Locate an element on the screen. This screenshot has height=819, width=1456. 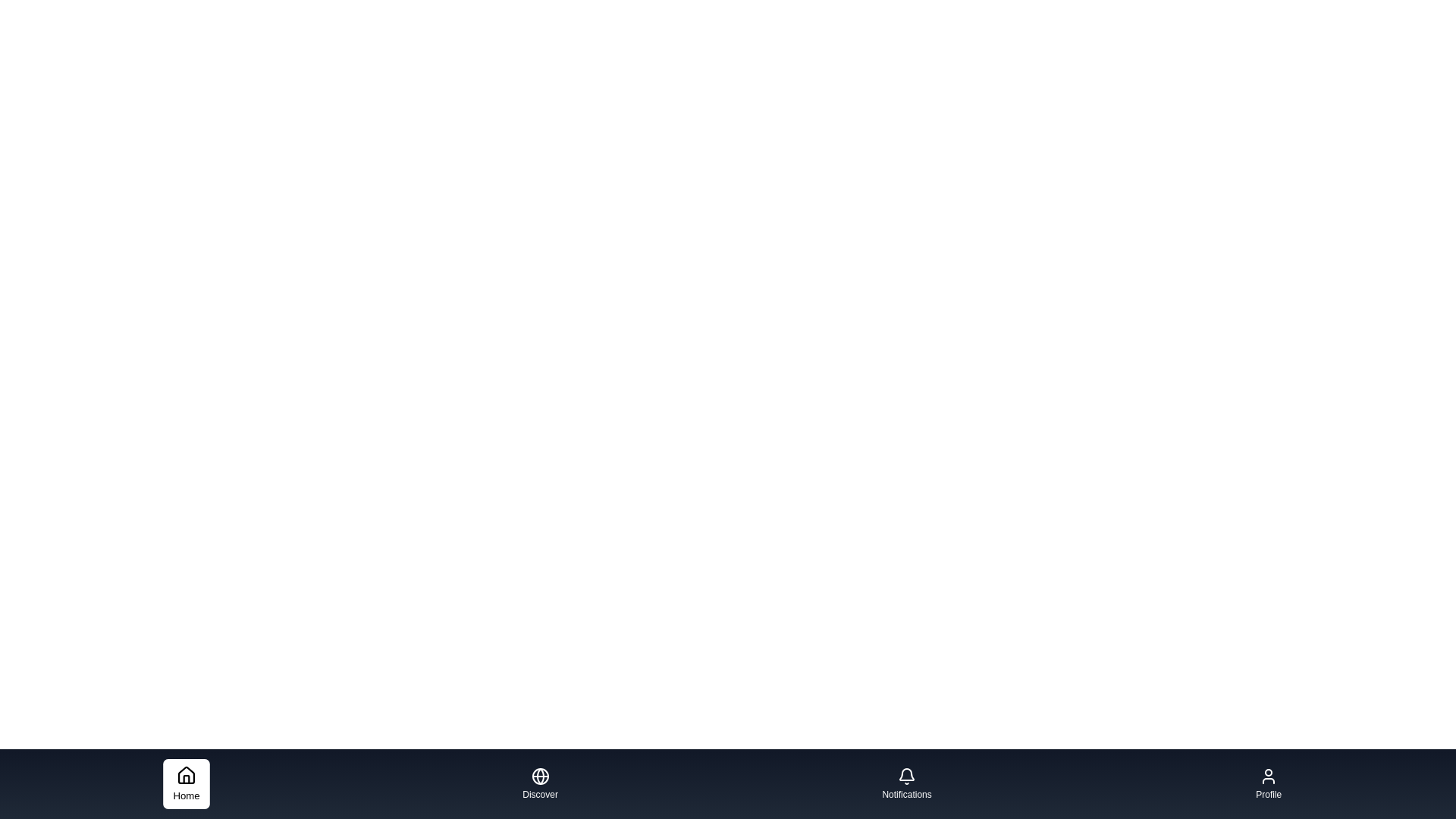
the Discover tab to activate it and observe the visual change is located at coordinates (539, 783).